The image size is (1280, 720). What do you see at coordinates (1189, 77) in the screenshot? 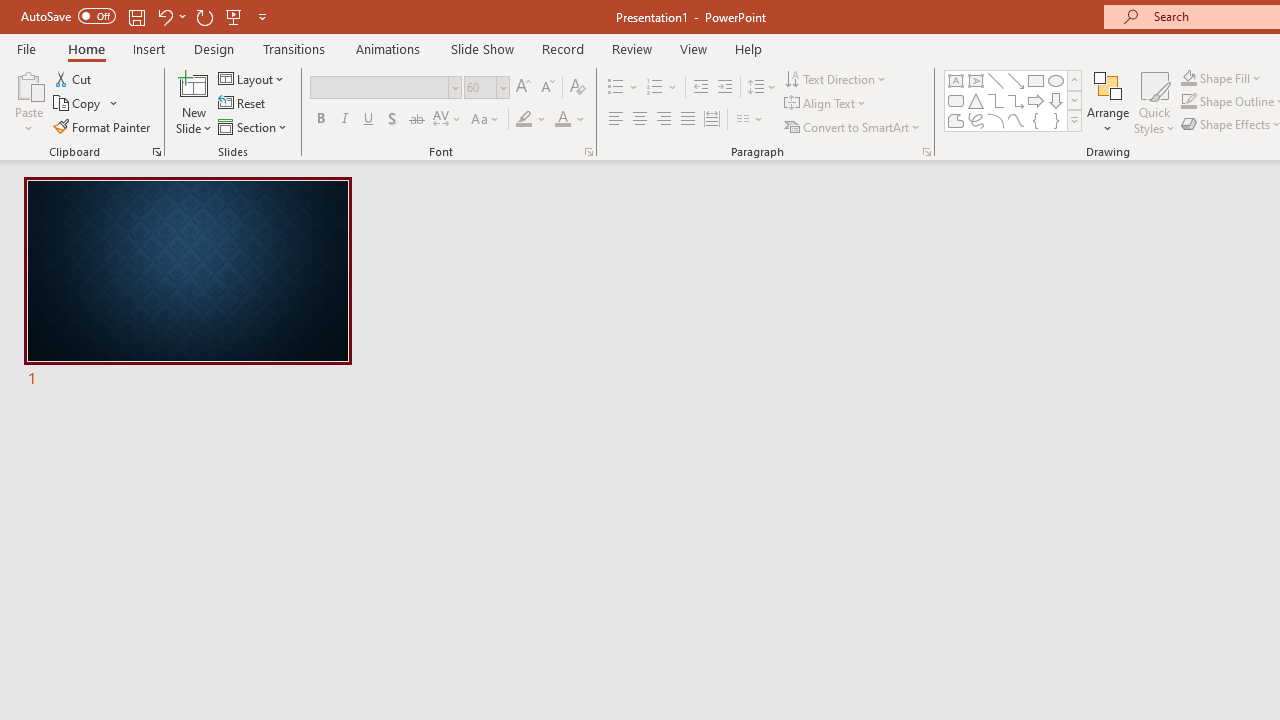
I see `'Shape Fill Orange, Accent 2'` at bounding box center [1189, 77].